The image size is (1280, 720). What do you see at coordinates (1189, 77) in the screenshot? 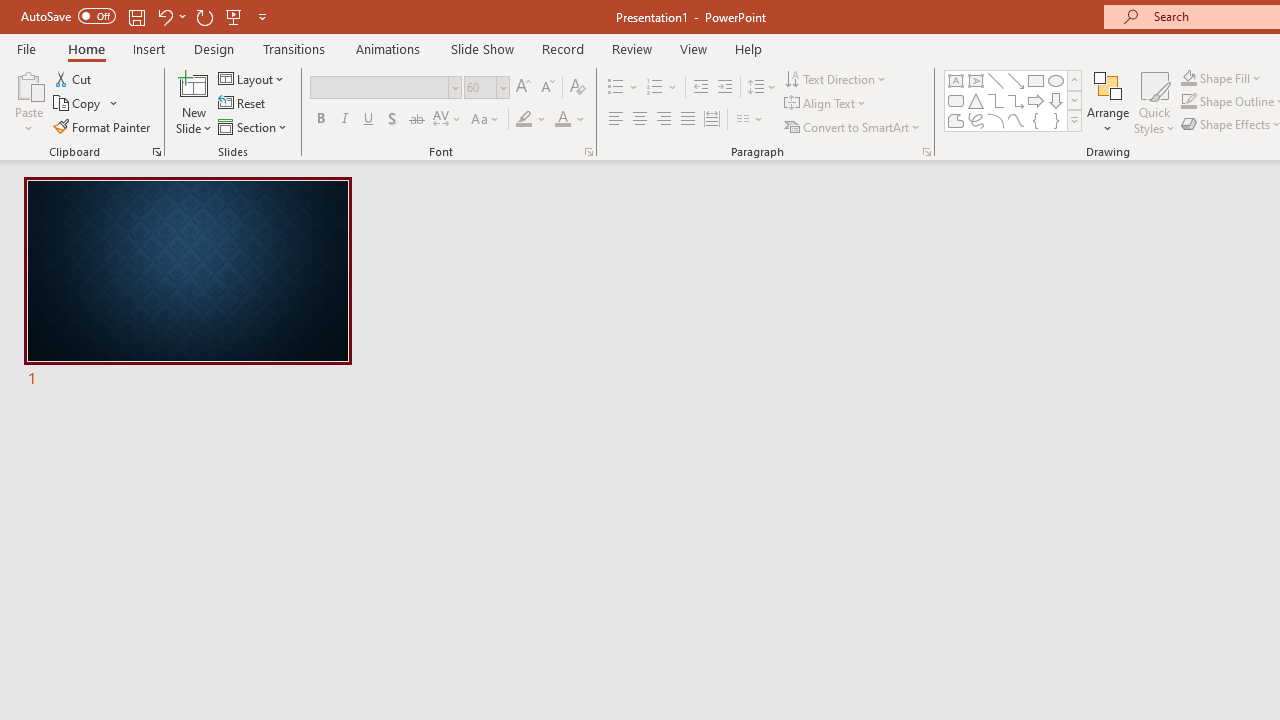
I see `'Shape Fill Orange, Accent 2'` at bounding box center [1189, 77].